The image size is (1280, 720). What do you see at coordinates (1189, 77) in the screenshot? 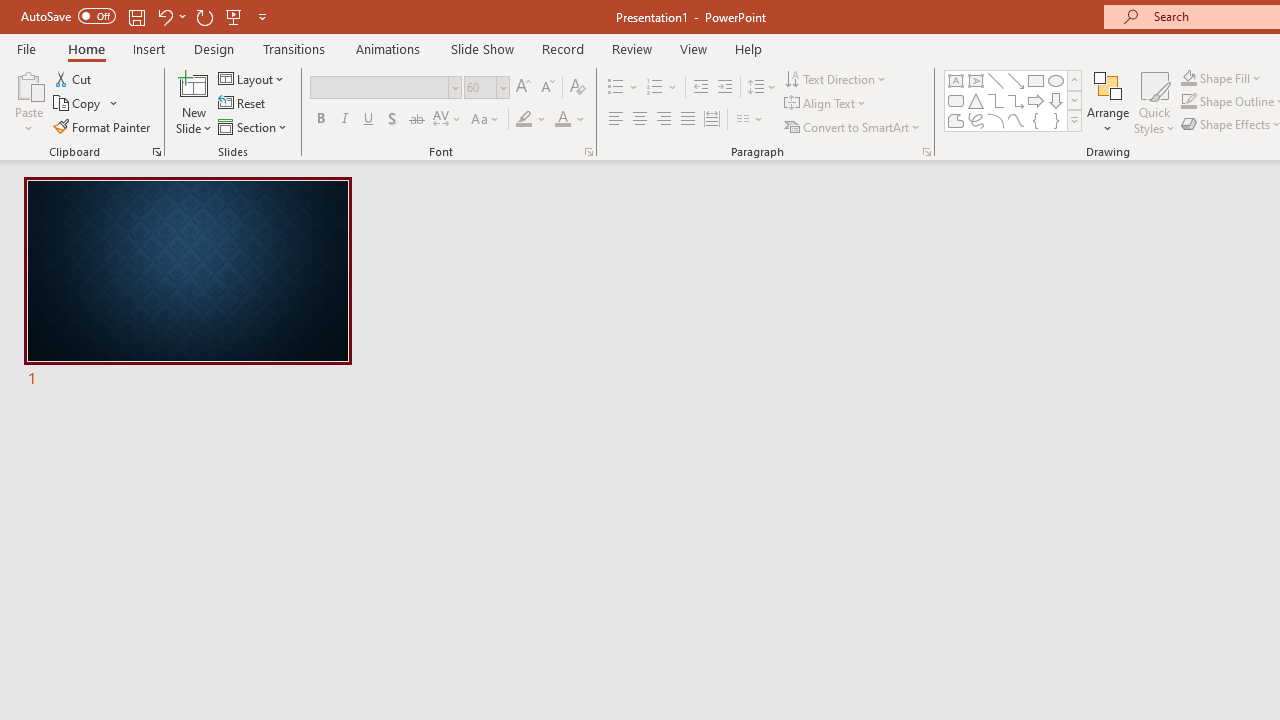
I see `'Shape Fill Orange, Accent 2'` at bounding box center [1189, 77].